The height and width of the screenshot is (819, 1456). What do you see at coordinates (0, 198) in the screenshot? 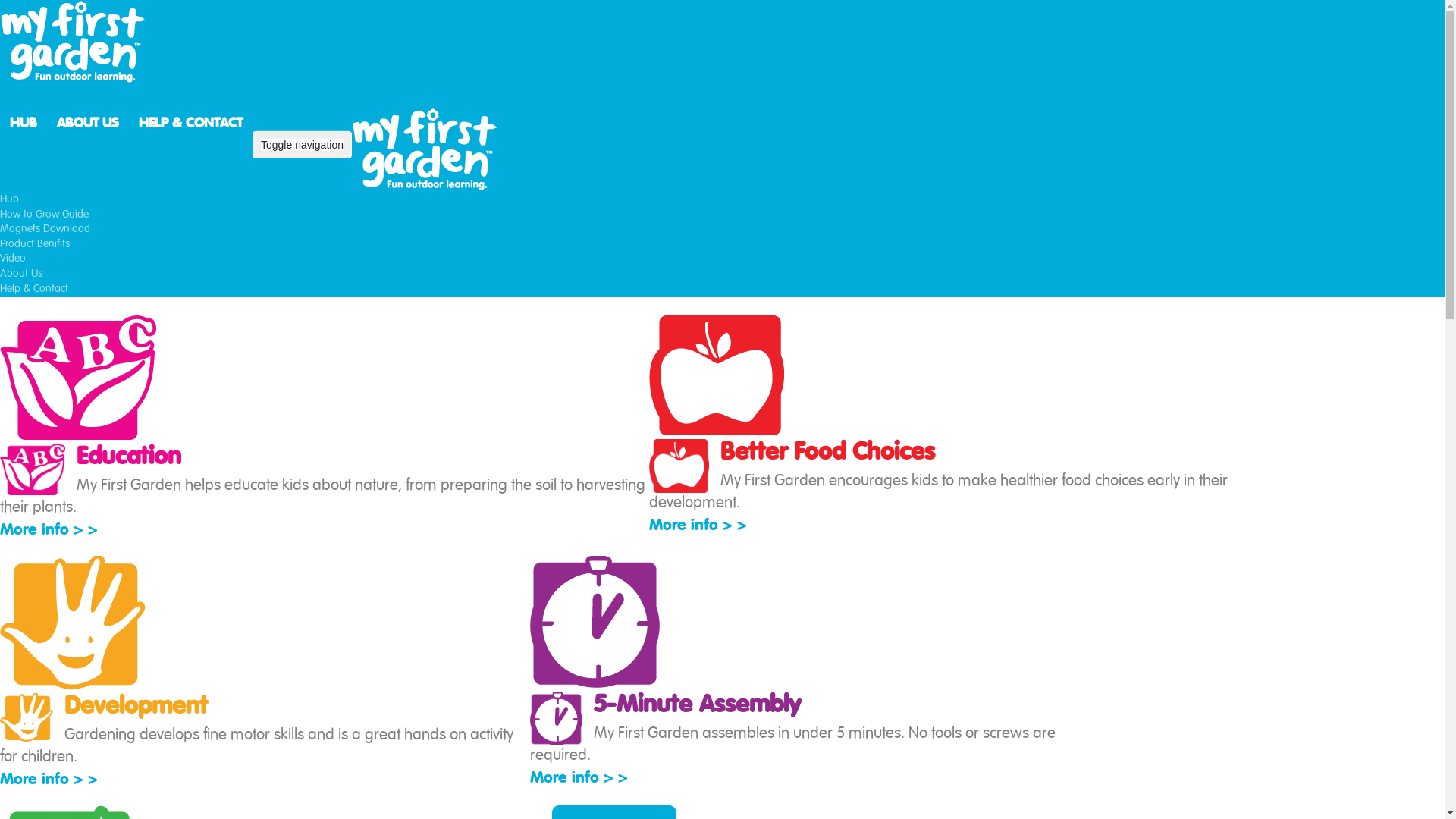
I see `'Hub'` at bounding box center [0, 198].